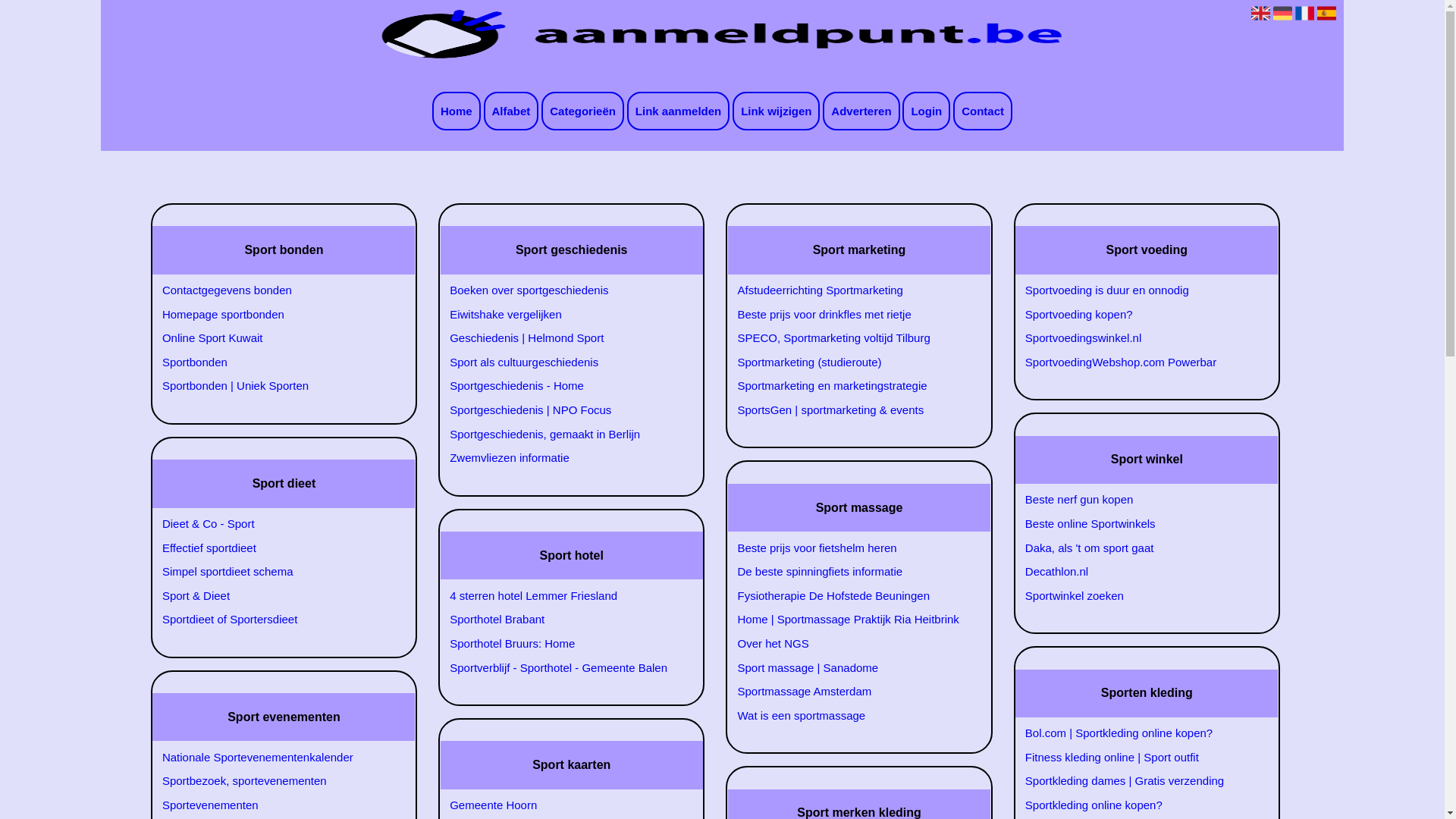  I want to click on 'Link aanmelden', so click(677, 110).